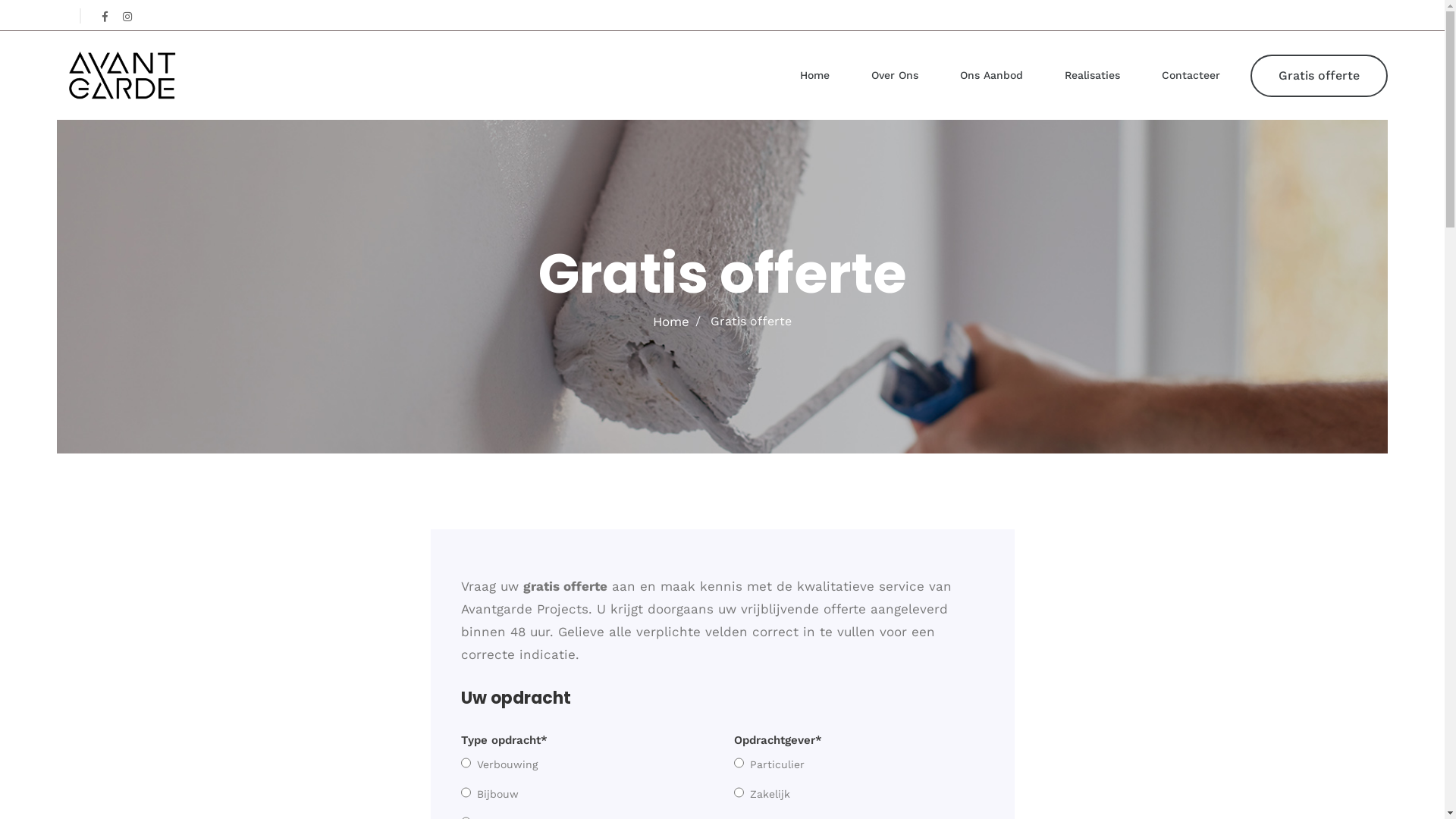 This screenshot has height=819, width=1456. What do you see at coordinates (895, 75) in the screenshot?
I see `'Over Ons'` at bounding box center [895, 75].